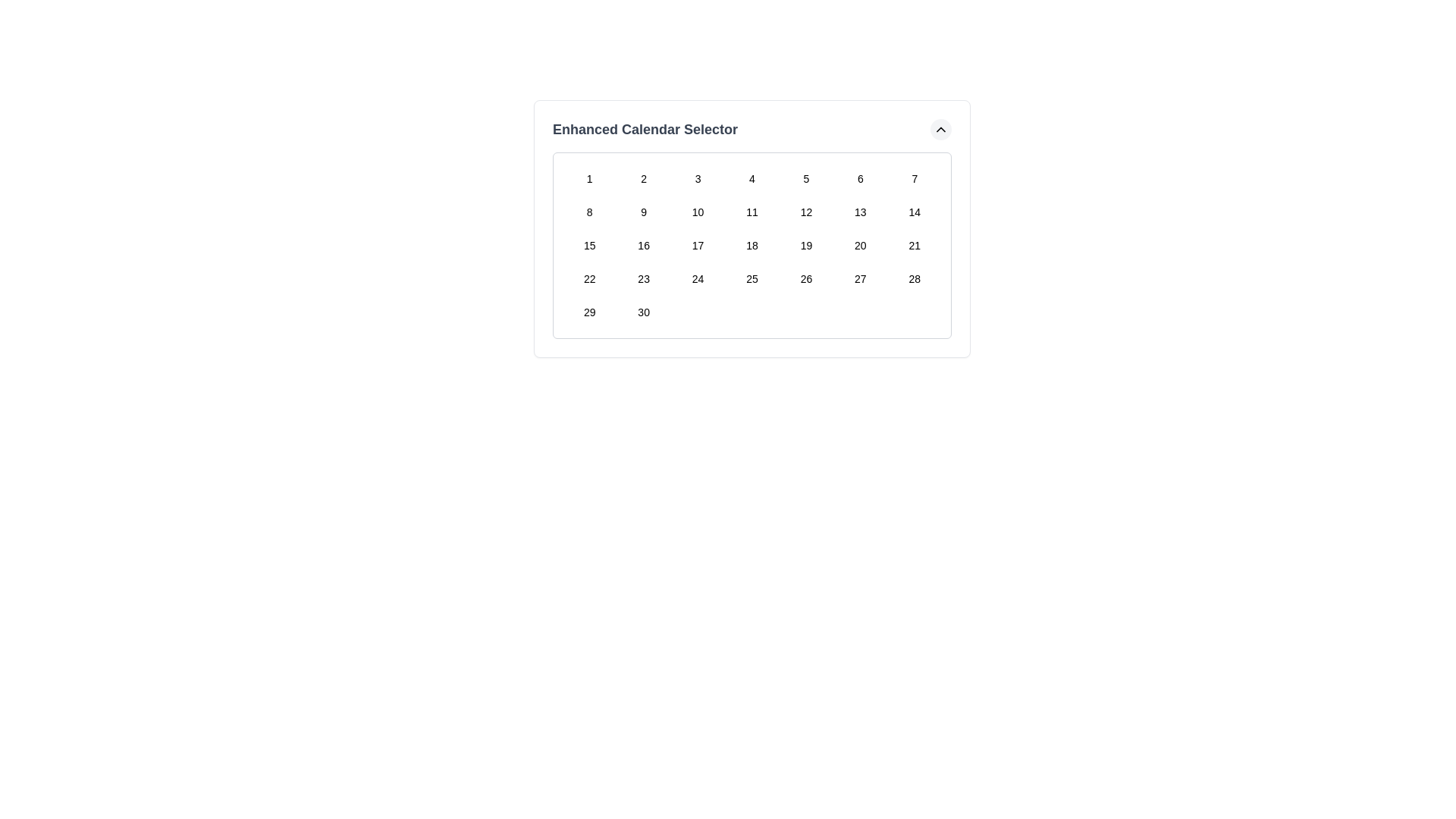  What do you see at coordinates (697, 245) in the screenshot?
I see `the interactive button located in the third row and third column of the 'Enhanced Calendar Selector'` at bounding box center [697, 245].